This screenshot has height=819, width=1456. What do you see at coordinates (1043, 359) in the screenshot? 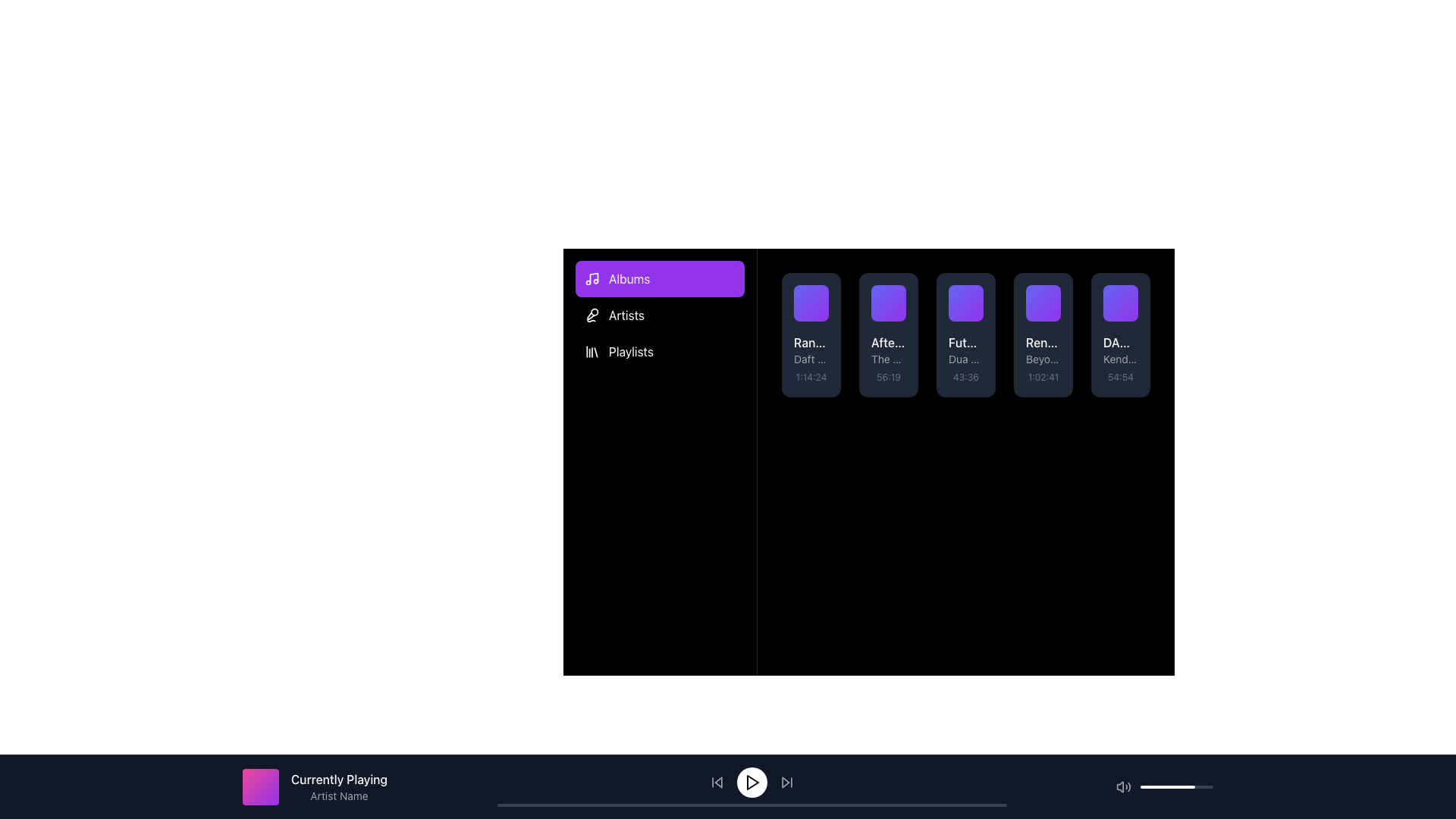
I see `the Text Label displaying 'Beyoncé', which is located centrally within the album card, beneath the title 'Renaissance' and above the timestamp '1:02:41'` at bounding box center [1043, 359].